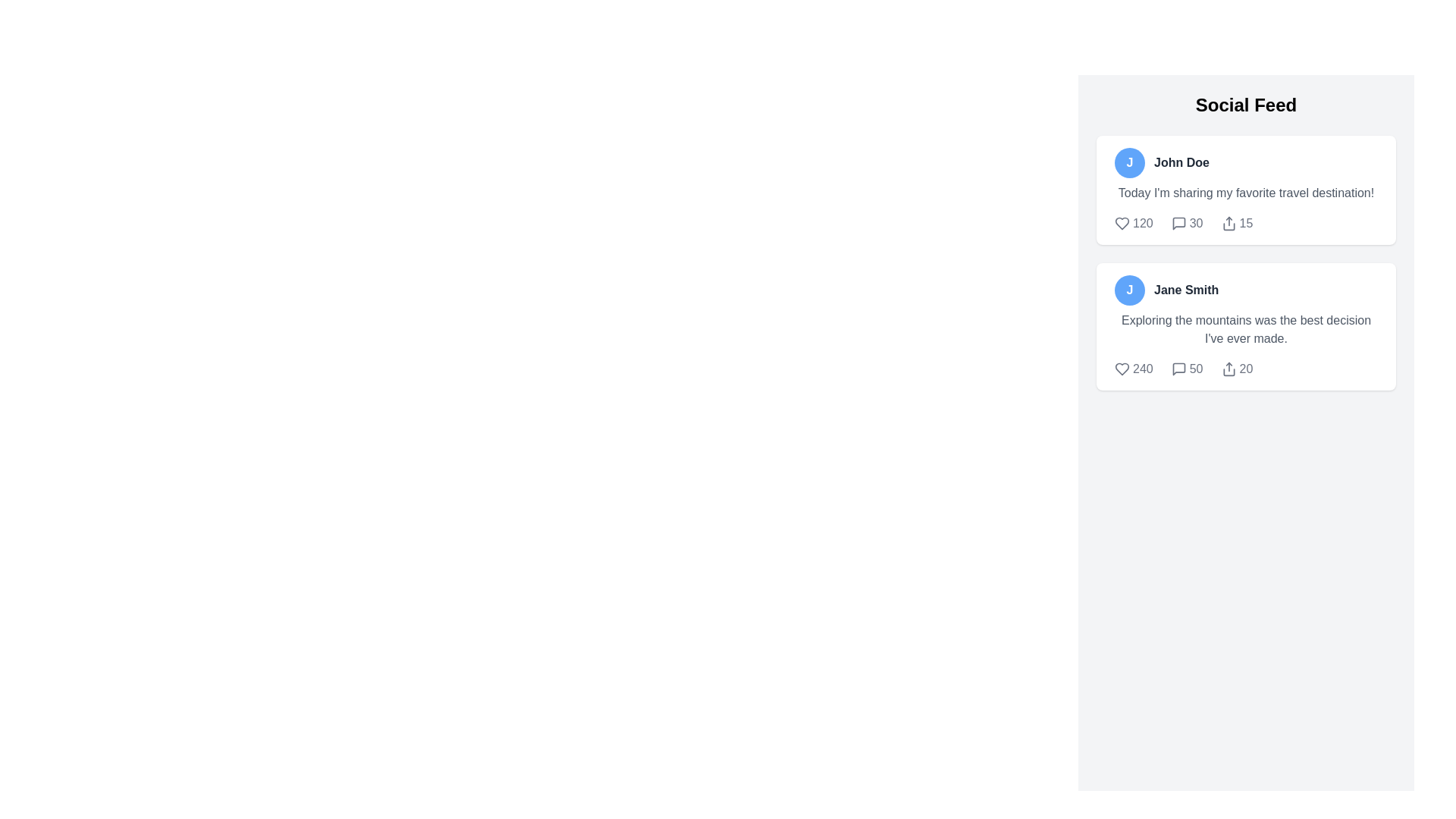 This screenshot has height=819, width=1456. I want to click on the text '20' located at the bottom-right corner of the post card associated with user 'Jane Smith', positioned next to the share icon, so click(1246, 369).